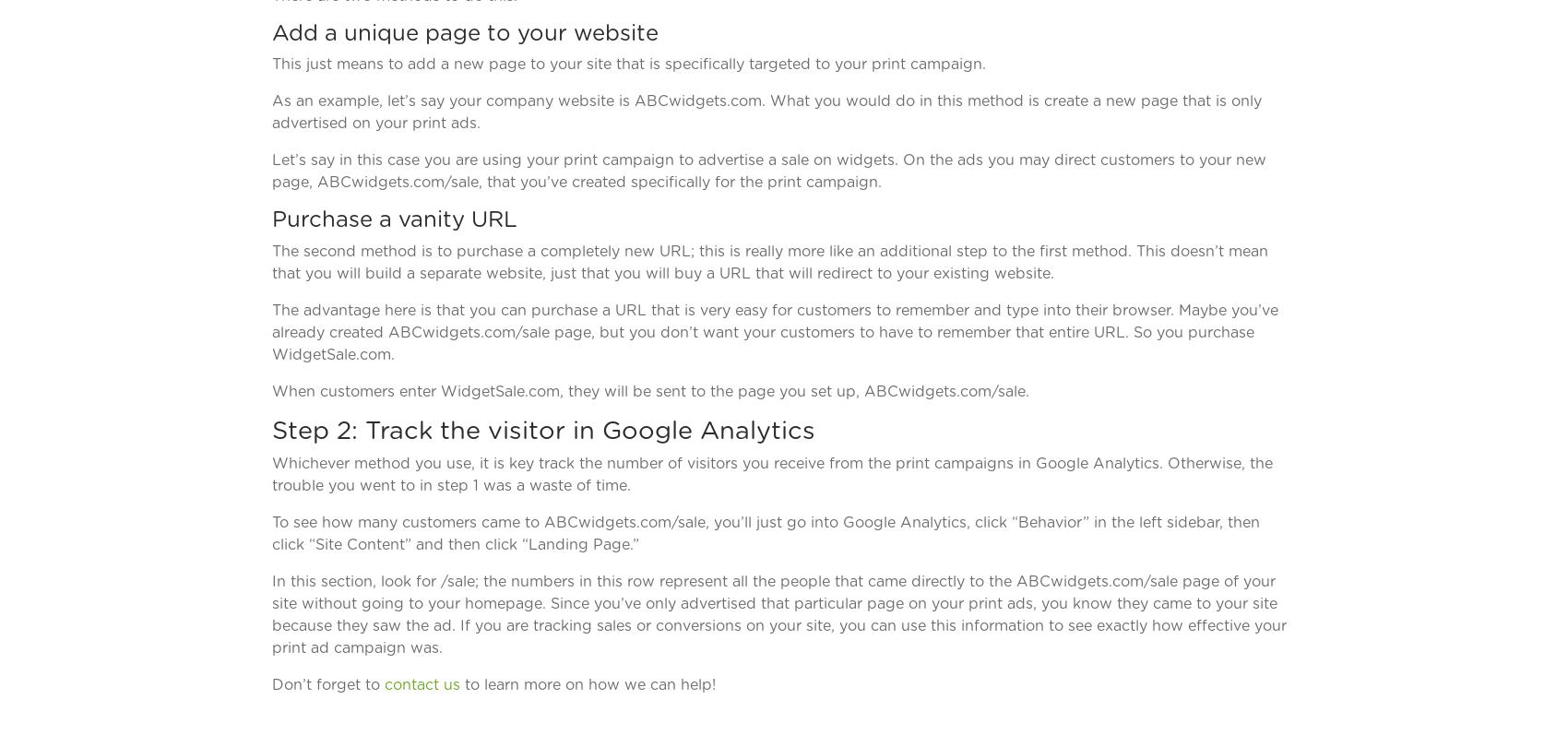 Image resolution: width=1568 pixels, height=747 pixels. What do you see at coordinates (629, 64) in the screenshot?
I see `'This just means to add a new page to your site that is specifically targeted to your print campaign.'` at bounding box center [629, 64].